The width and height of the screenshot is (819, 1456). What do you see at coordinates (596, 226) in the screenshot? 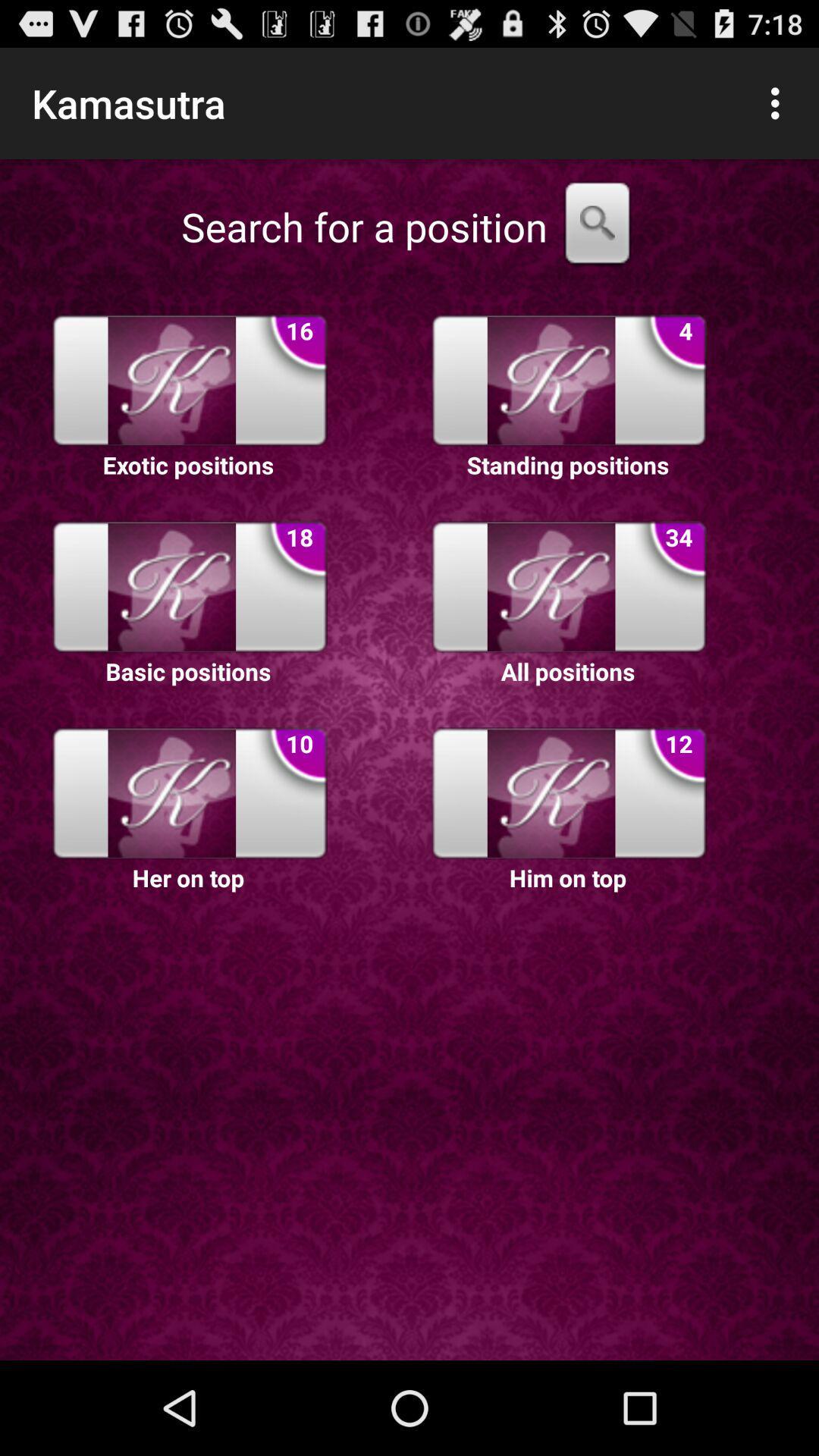
I see `search` at bounding box center [596, 226].